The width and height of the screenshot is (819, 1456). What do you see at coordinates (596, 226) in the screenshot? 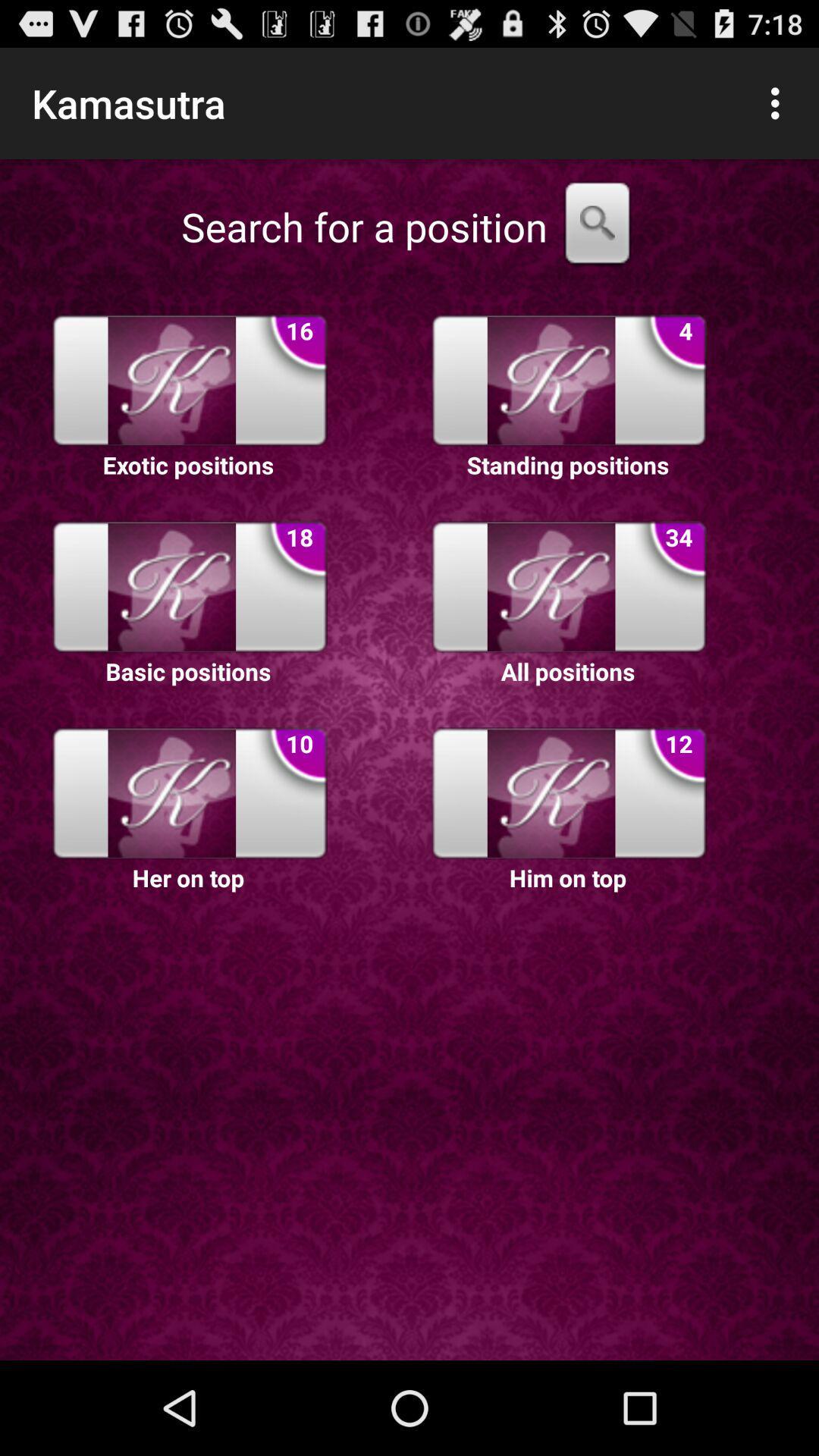
I see `search` at bounding box center [596, 226].